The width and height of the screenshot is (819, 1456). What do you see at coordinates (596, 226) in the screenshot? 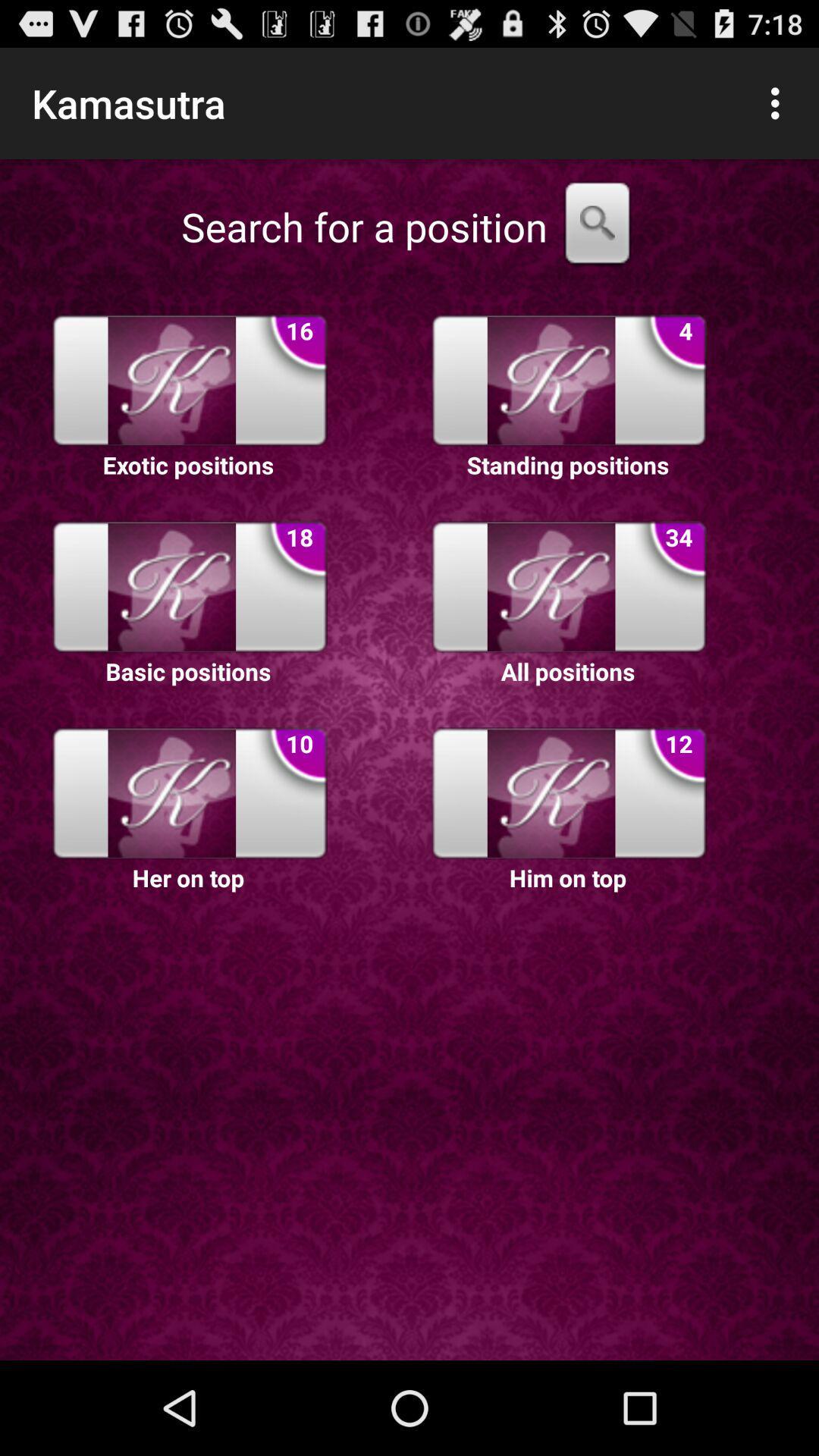
I see `search` at bounding box center [596, 226].